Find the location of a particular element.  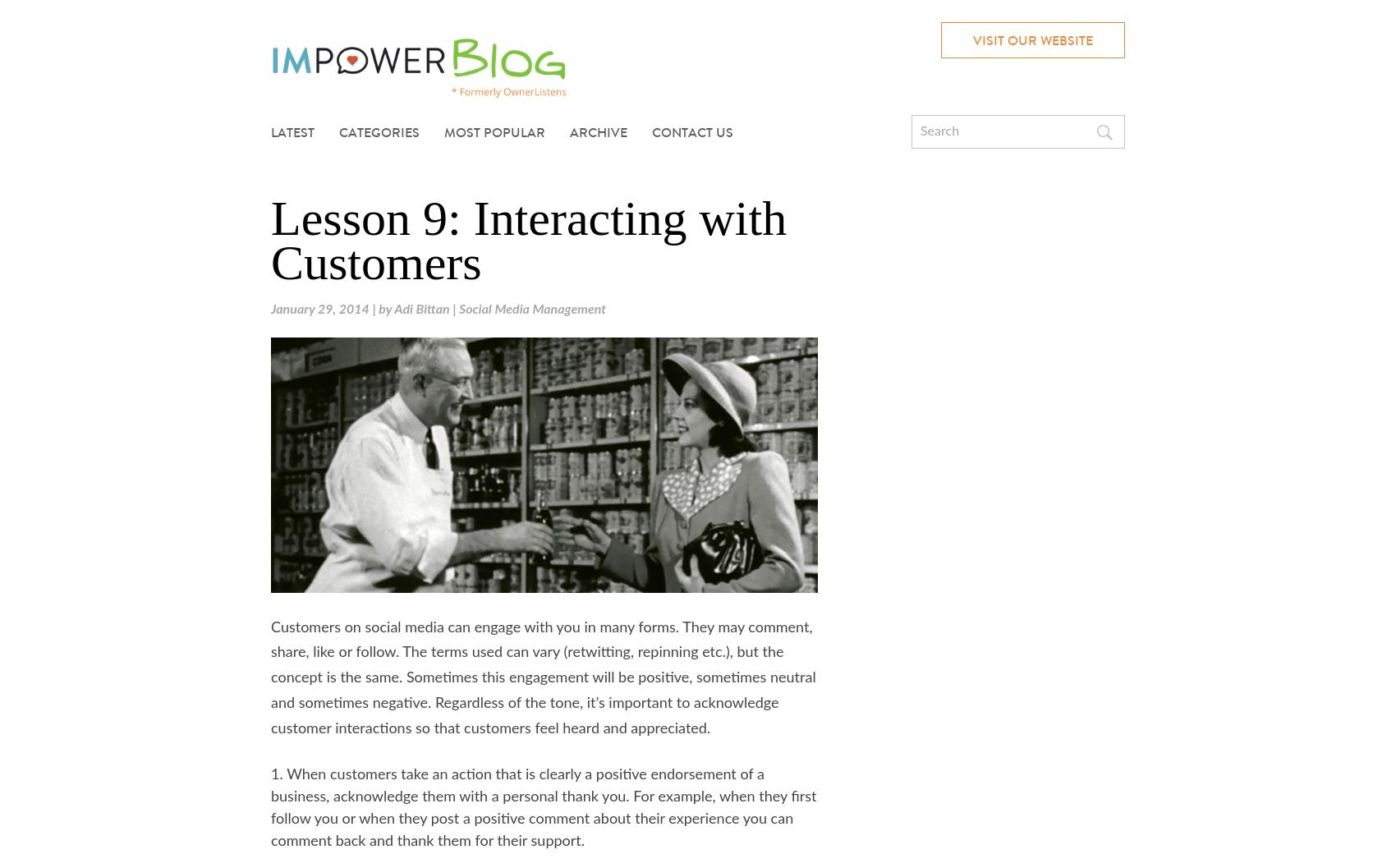

'Customers on social media can engage with you in many forms. They may comment, share, like or follow. The terms used can vary (retwitting, repinning etc.), but the concept is the same. Sometimes this engagement will be positive, sometimes neutral and sometimes negative. Regardless of the tone, it’s important to acknowledge customer interactions so that customers feel heard and appreciated.' is located at coordinates (269, 678).